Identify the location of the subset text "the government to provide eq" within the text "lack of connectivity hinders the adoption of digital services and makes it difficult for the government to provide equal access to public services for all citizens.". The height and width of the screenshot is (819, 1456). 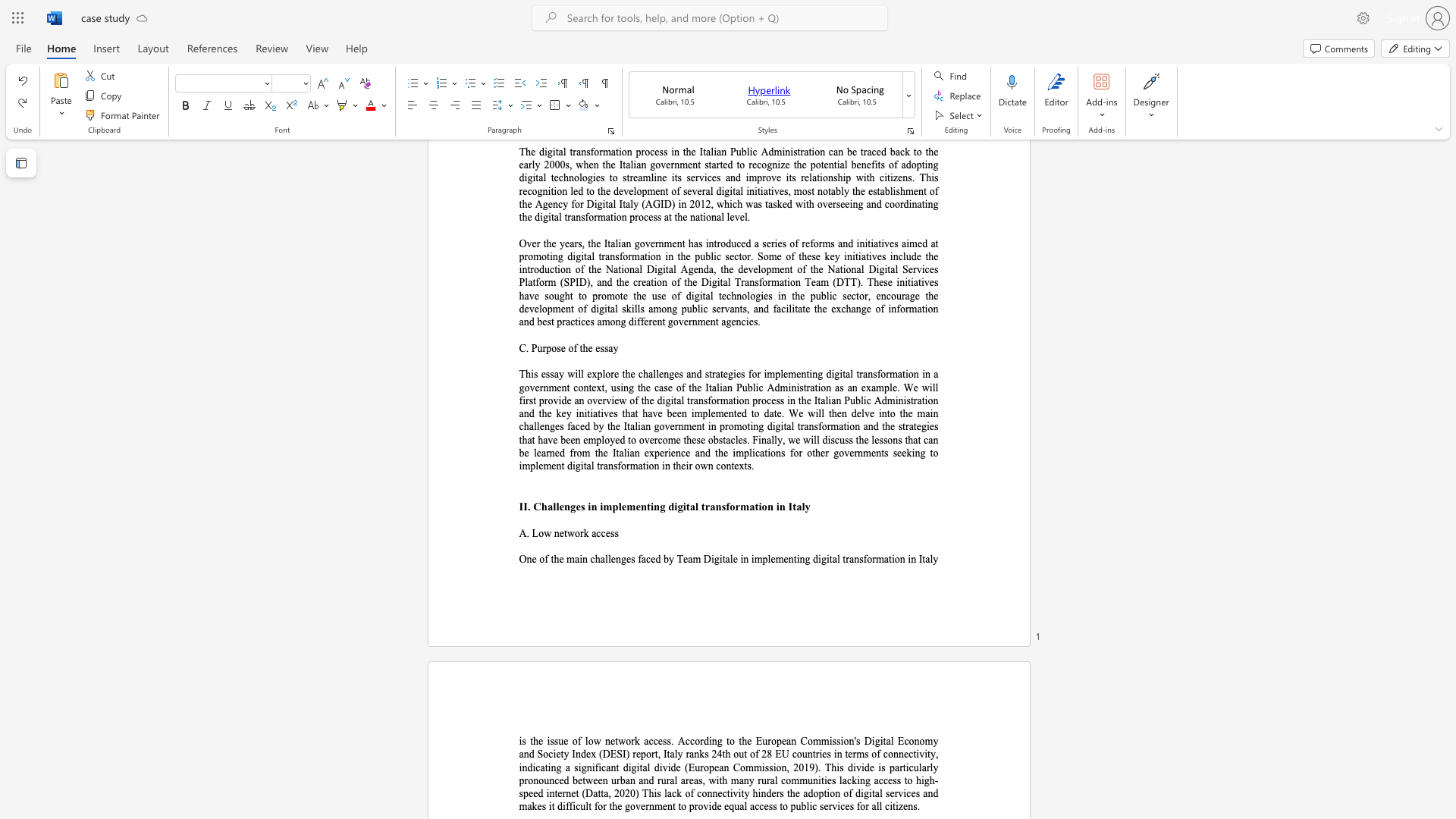
(609, 805).